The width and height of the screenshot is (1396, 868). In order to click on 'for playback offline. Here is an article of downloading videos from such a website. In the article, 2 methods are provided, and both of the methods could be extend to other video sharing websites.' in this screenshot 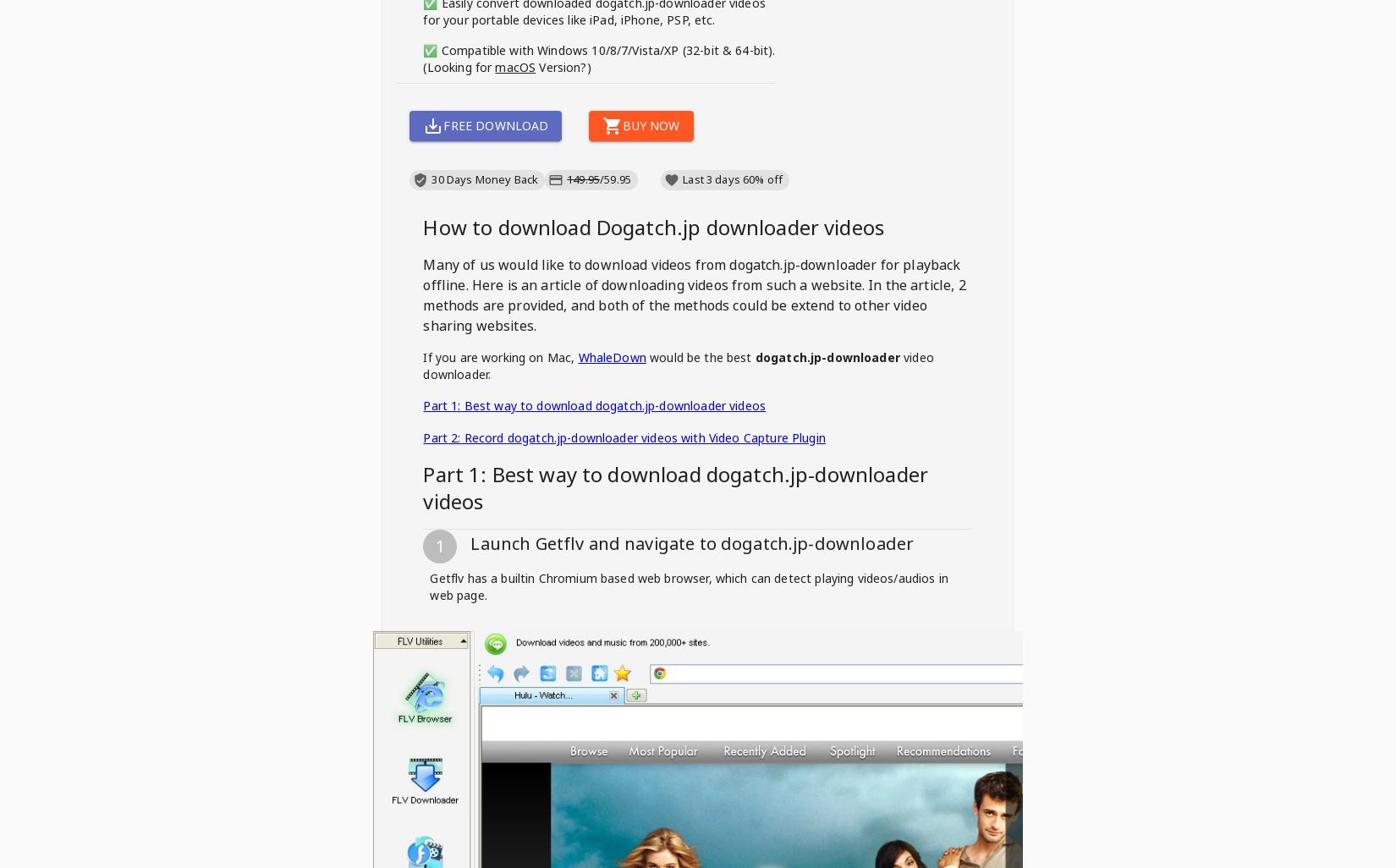, I will do `click(693, 295)`.